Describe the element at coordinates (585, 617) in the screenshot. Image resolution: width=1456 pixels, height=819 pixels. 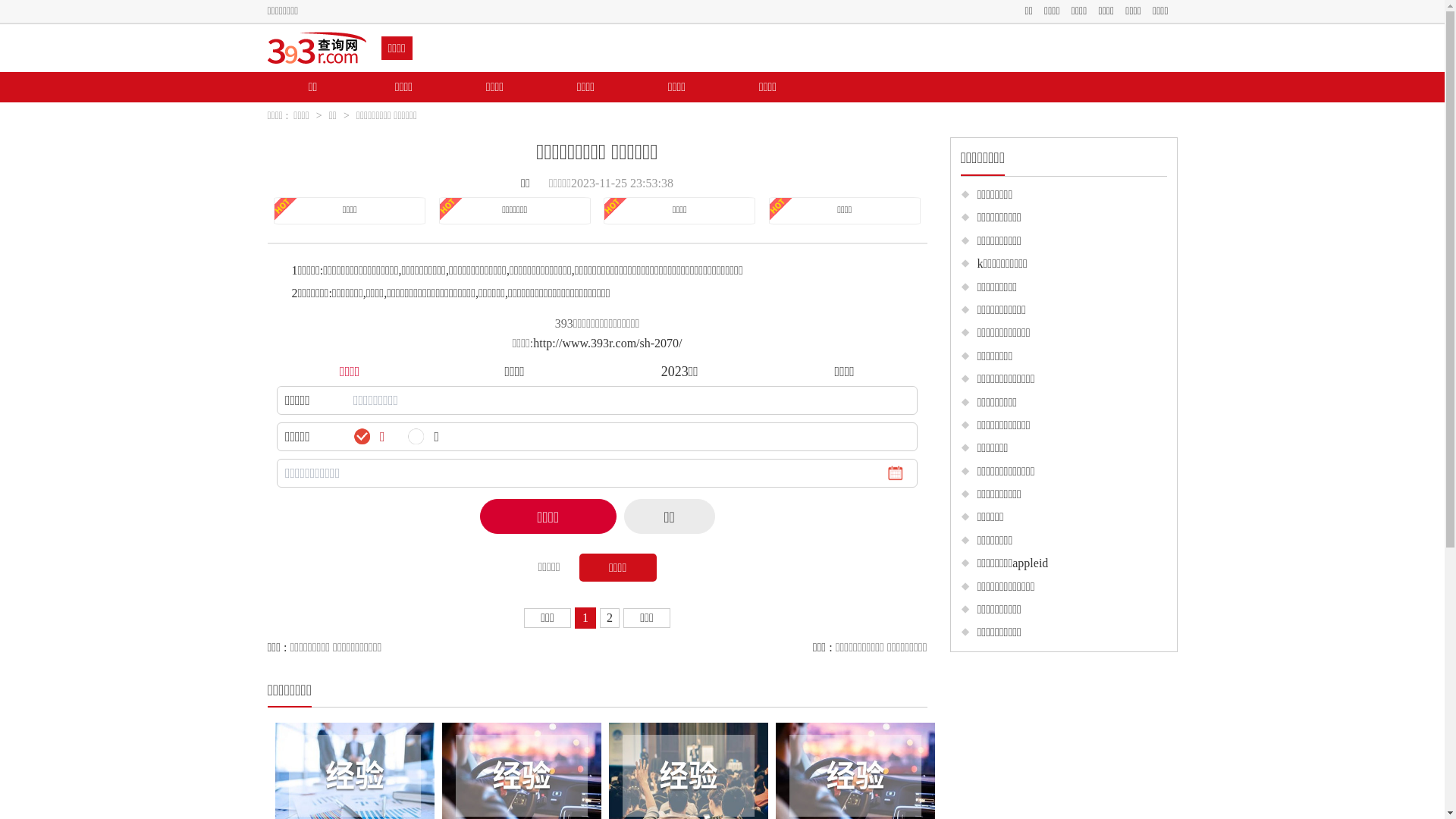
I see `'1'` at that location.